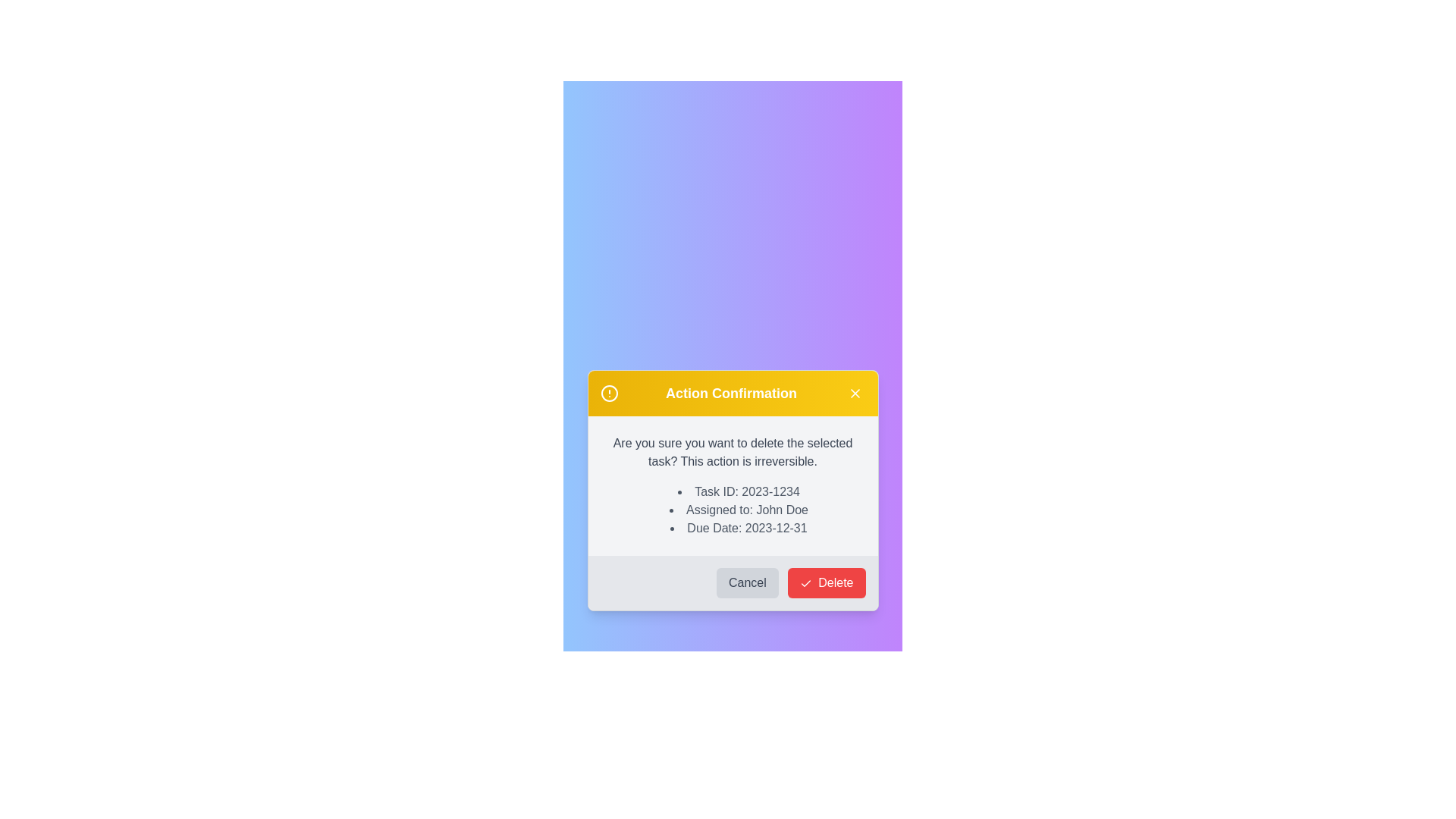  What do you see at coordinates (739, 491) in the screenshot?
I see `the static text element that displays the ID of a task, located in the middle section of the 'Action Confirmation' modal, above 'Assigned to: John Doe' and 'Due Date: 2023-12-31'` at bounding box center [739, 491].